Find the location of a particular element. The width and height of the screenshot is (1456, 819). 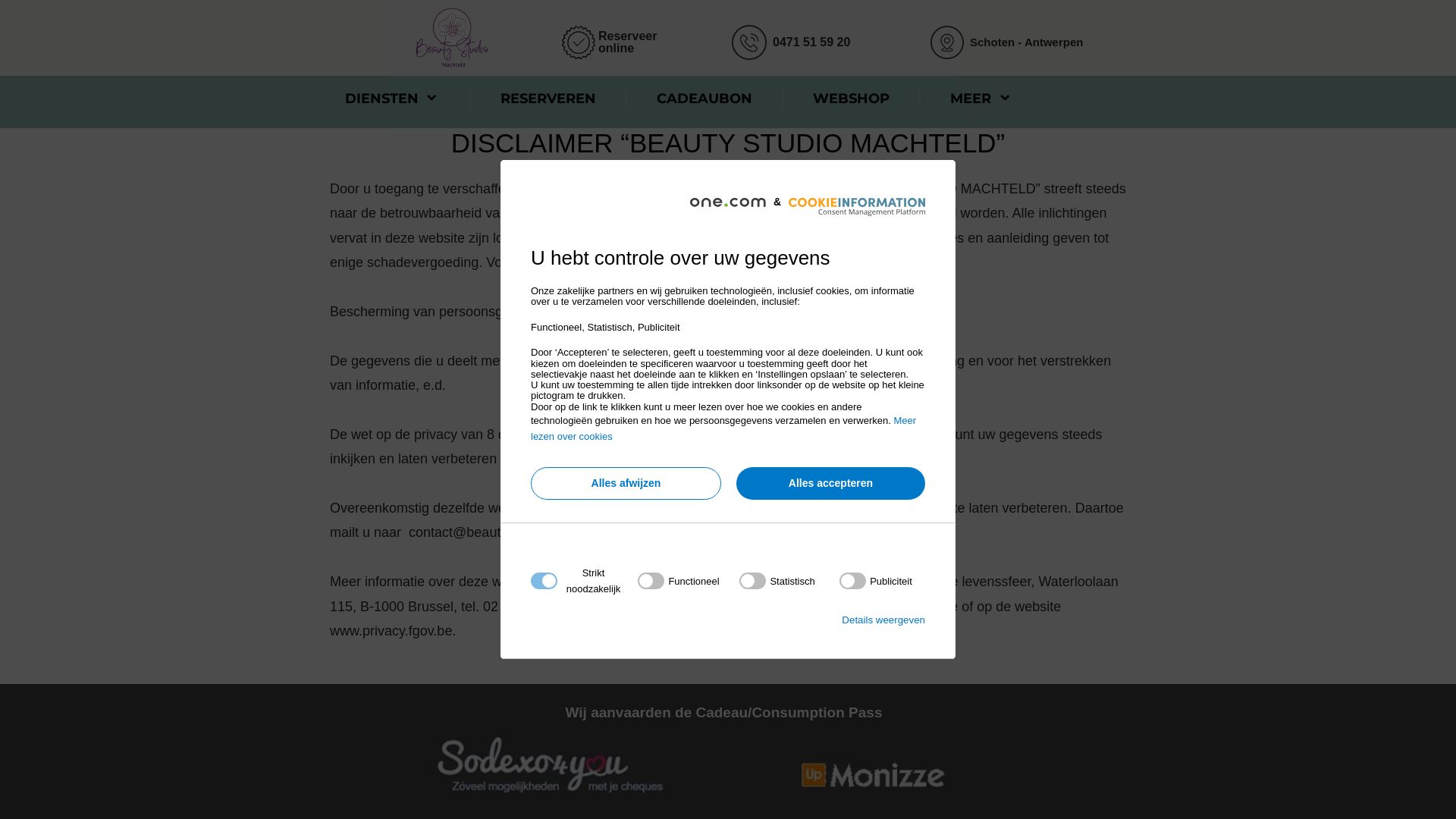

'Schoten - Antwerpen' is located at coordinates (1026, 41).